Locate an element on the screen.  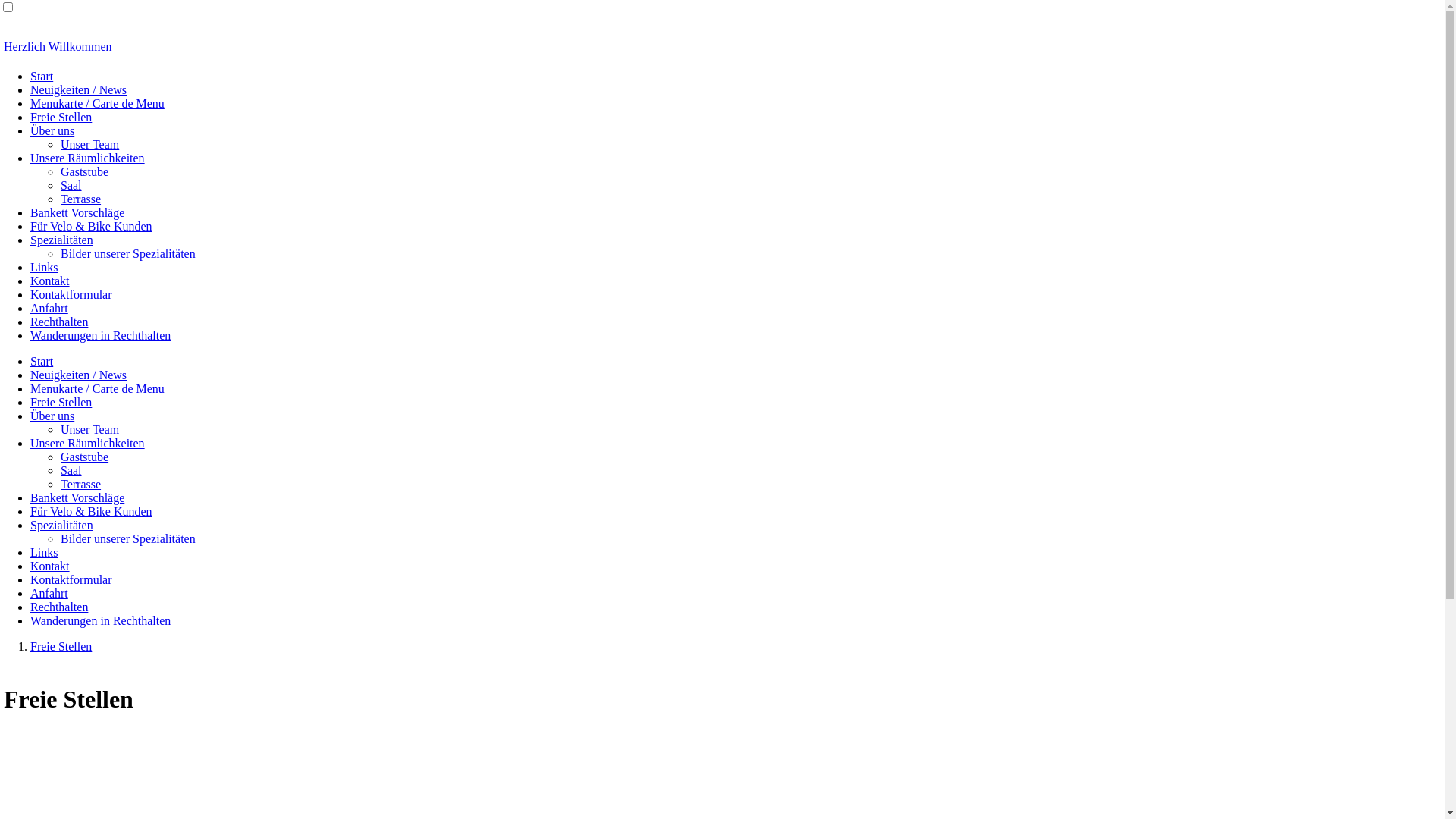
'Links' is located at coordinates (43, 552).